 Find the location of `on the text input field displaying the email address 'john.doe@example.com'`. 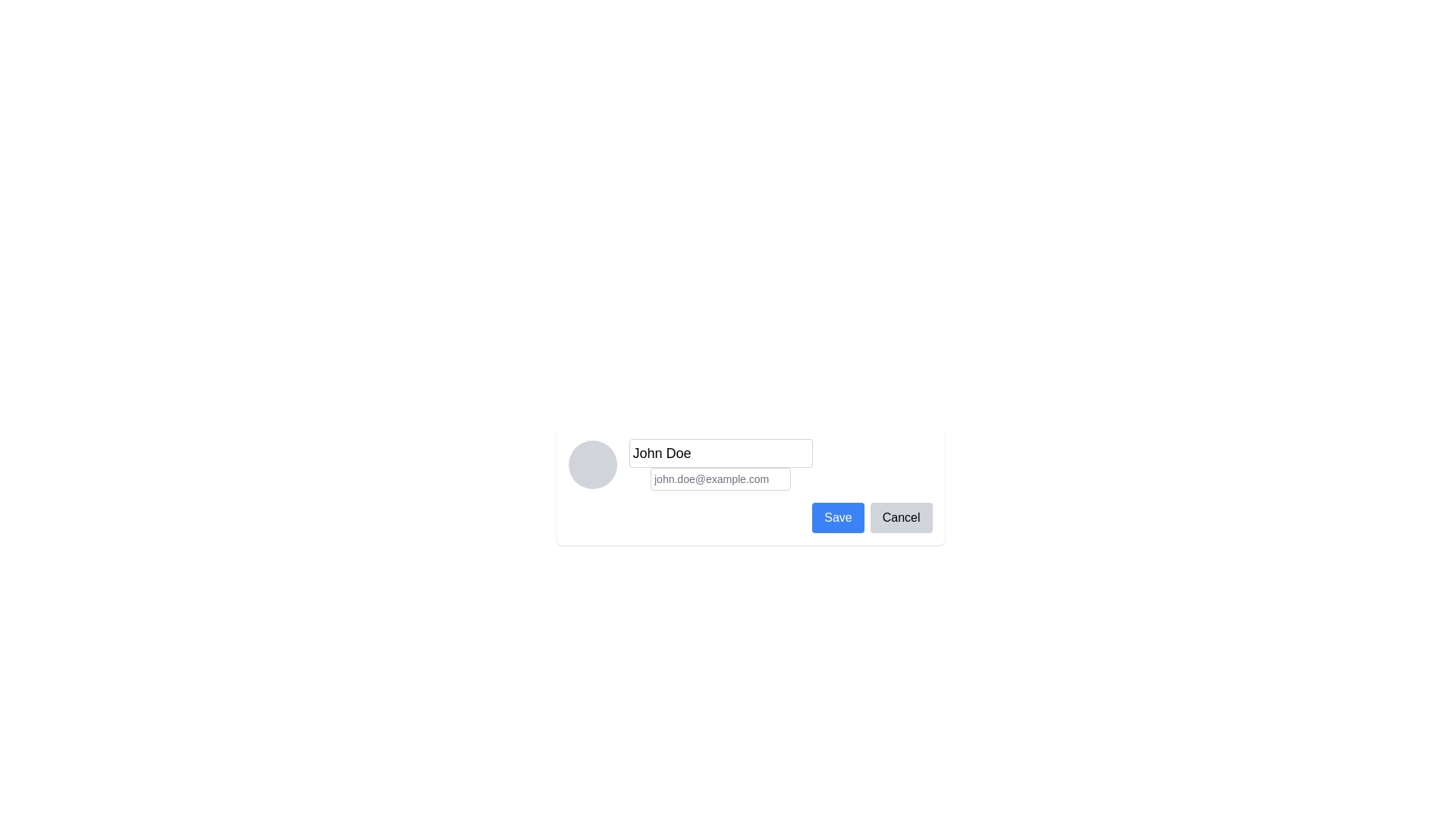

on the text input field displaying the email address 'john.doe@example.com' is located at coordinates (720, 479).